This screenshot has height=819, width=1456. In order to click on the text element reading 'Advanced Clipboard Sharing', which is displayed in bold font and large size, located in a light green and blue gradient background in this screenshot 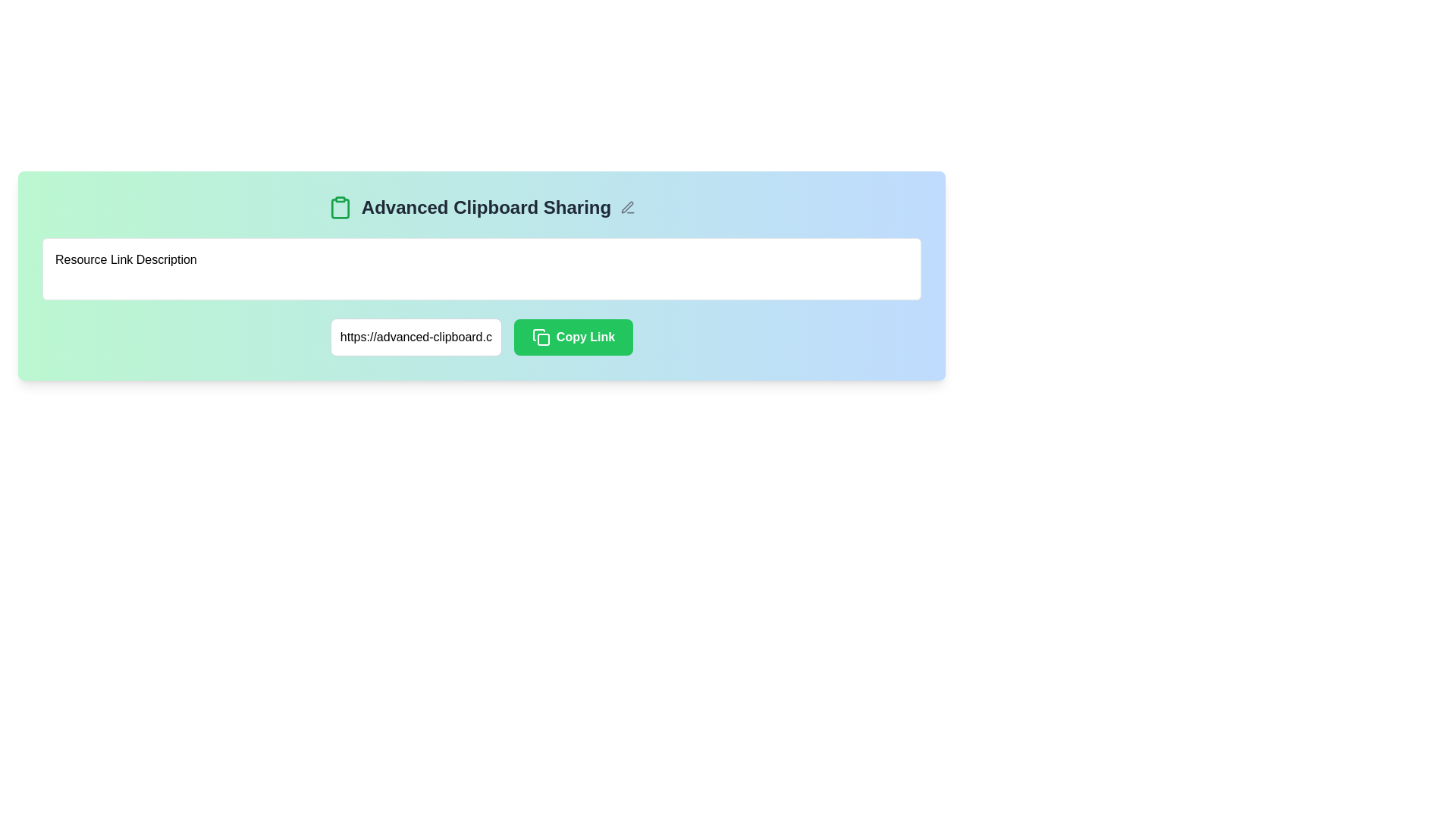, I will do `click(486, 207)`.